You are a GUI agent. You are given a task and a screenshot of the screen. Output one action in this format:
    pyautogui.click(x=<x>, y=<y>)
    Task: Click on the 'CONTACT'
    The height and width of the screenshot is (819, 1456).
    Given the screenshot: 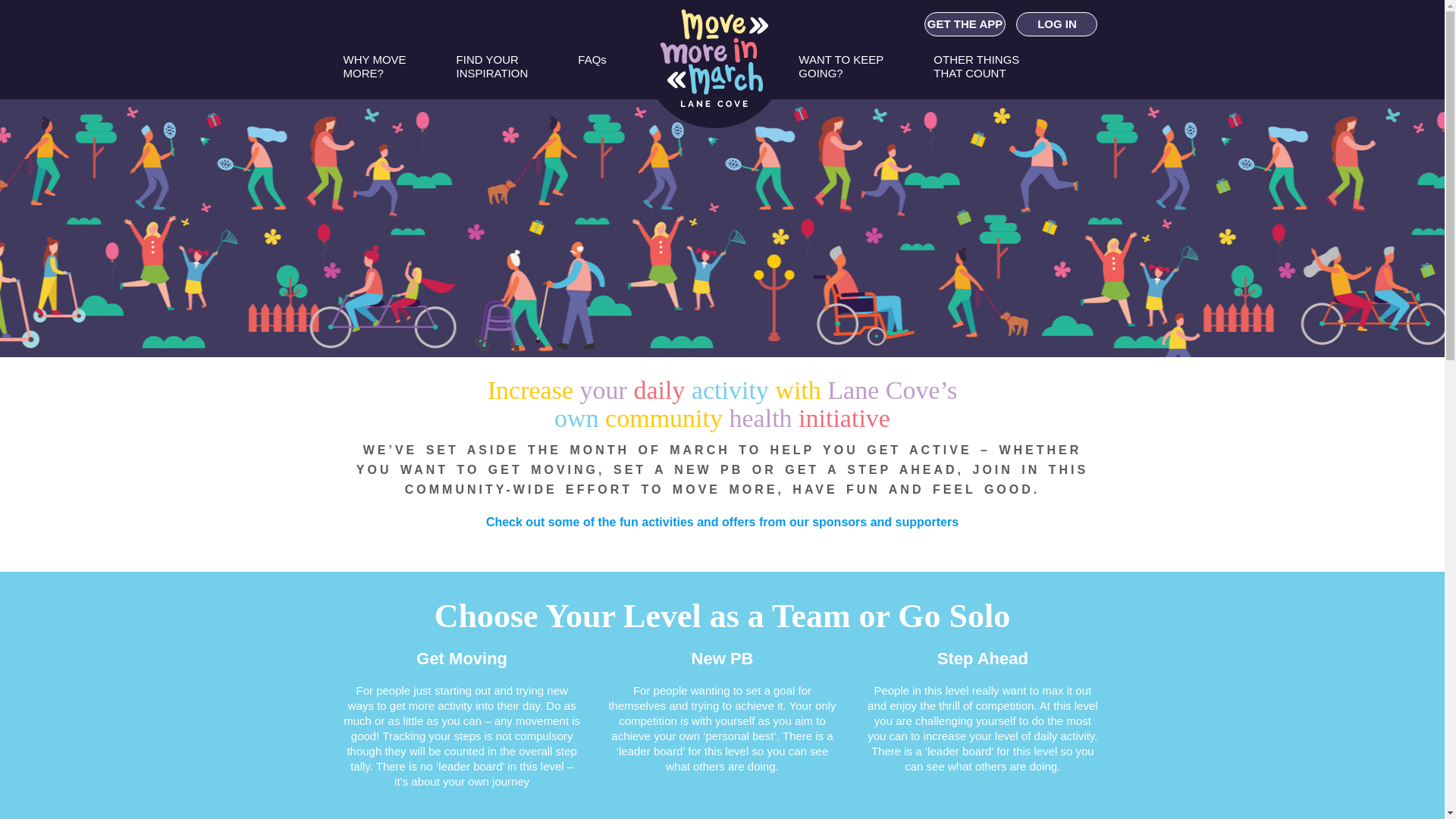 What is the action you would take?
    pyautogui.click(x=850, y=124)
    